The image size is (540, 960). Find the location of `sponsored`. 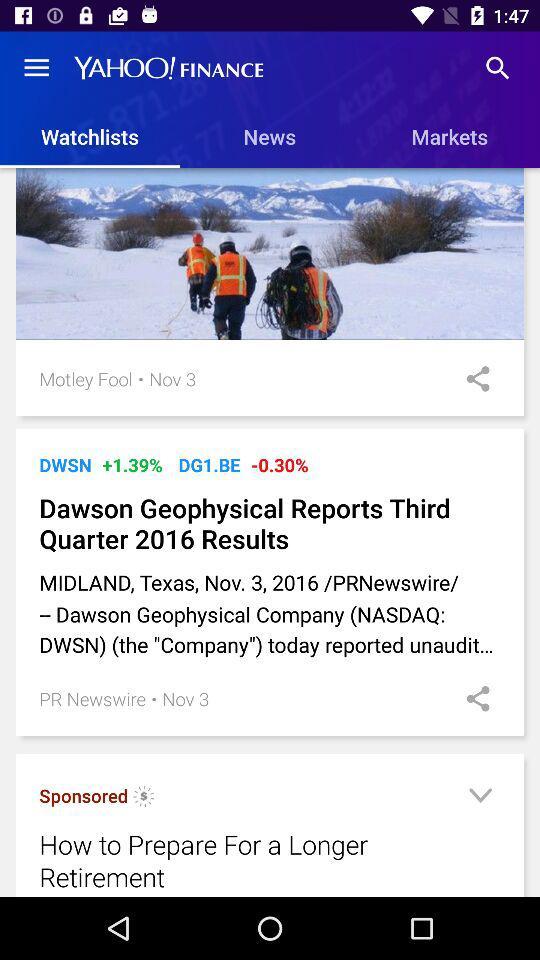

sponsored is located at coordinates (82, 795).